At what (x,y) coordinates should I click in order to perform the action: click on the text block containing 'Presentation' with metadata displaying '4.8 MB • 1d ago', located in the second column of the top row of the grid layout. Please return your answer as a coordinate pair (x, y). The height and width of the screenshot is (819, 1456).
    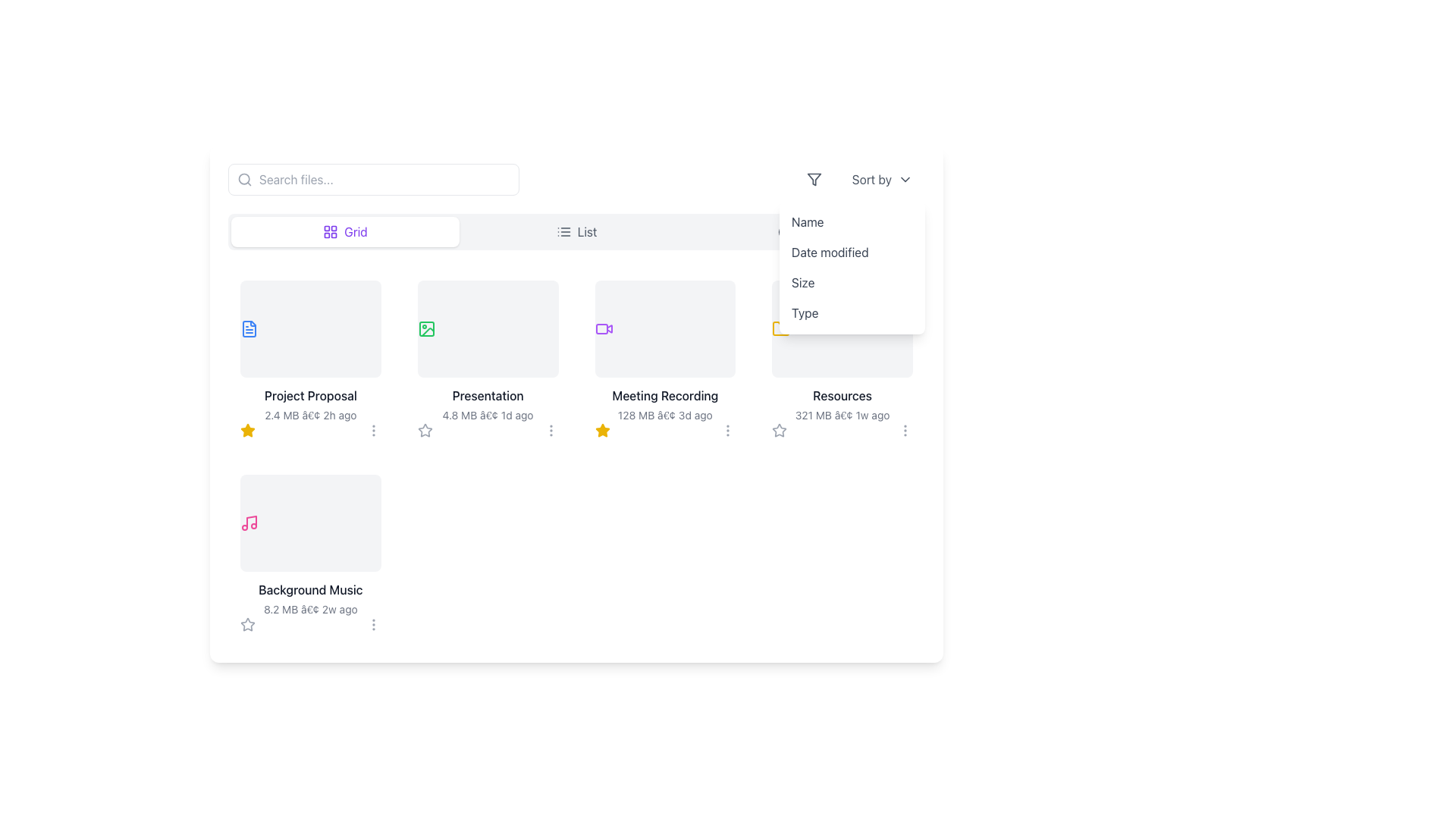
    Looking at the image, I should click on (488, 403).